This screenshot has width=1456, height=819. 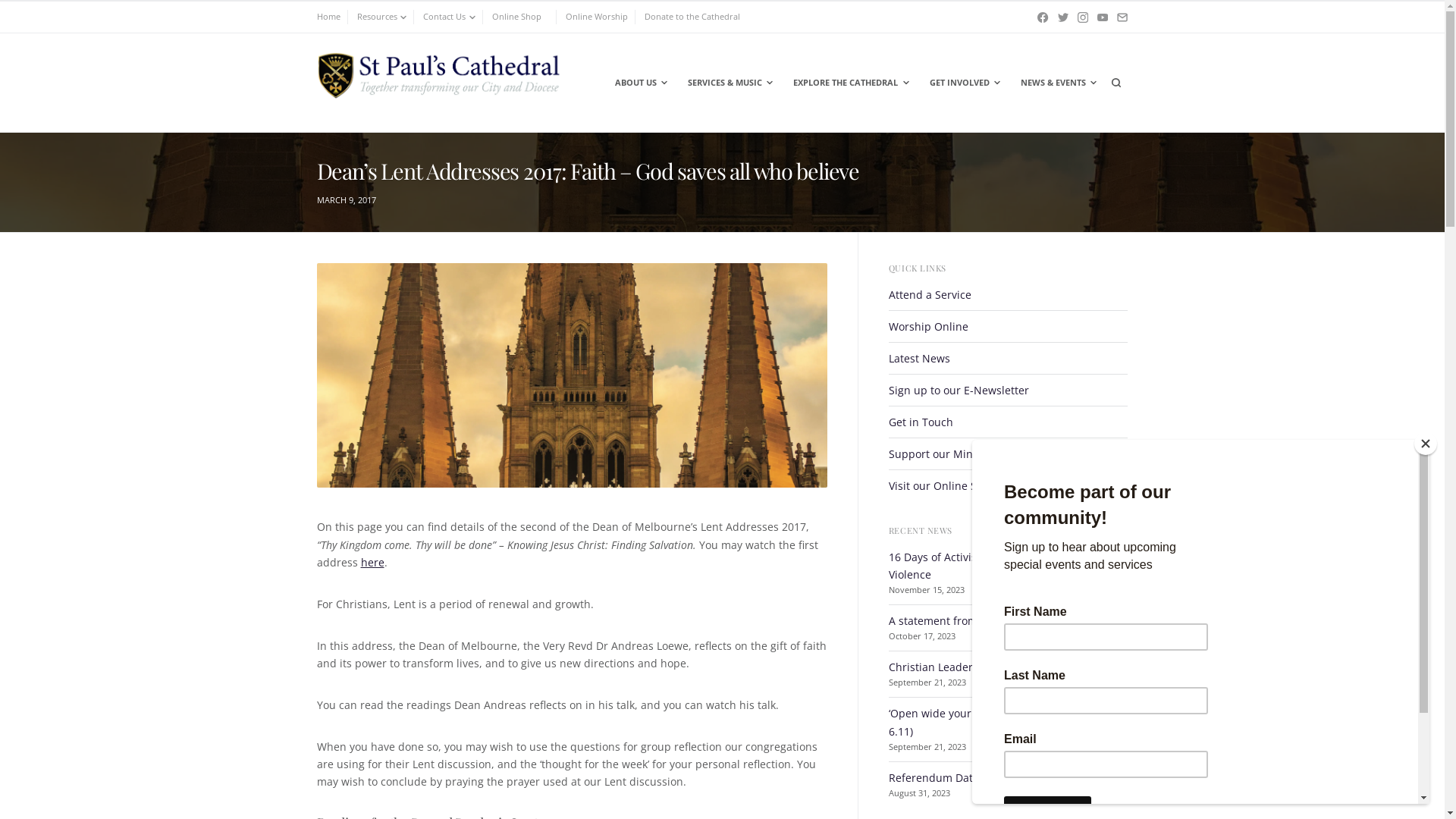 What do you see at coordinates (1041, 17) in the screenshot?
I see `'Facebook'` at bounding box center [1041, 17].